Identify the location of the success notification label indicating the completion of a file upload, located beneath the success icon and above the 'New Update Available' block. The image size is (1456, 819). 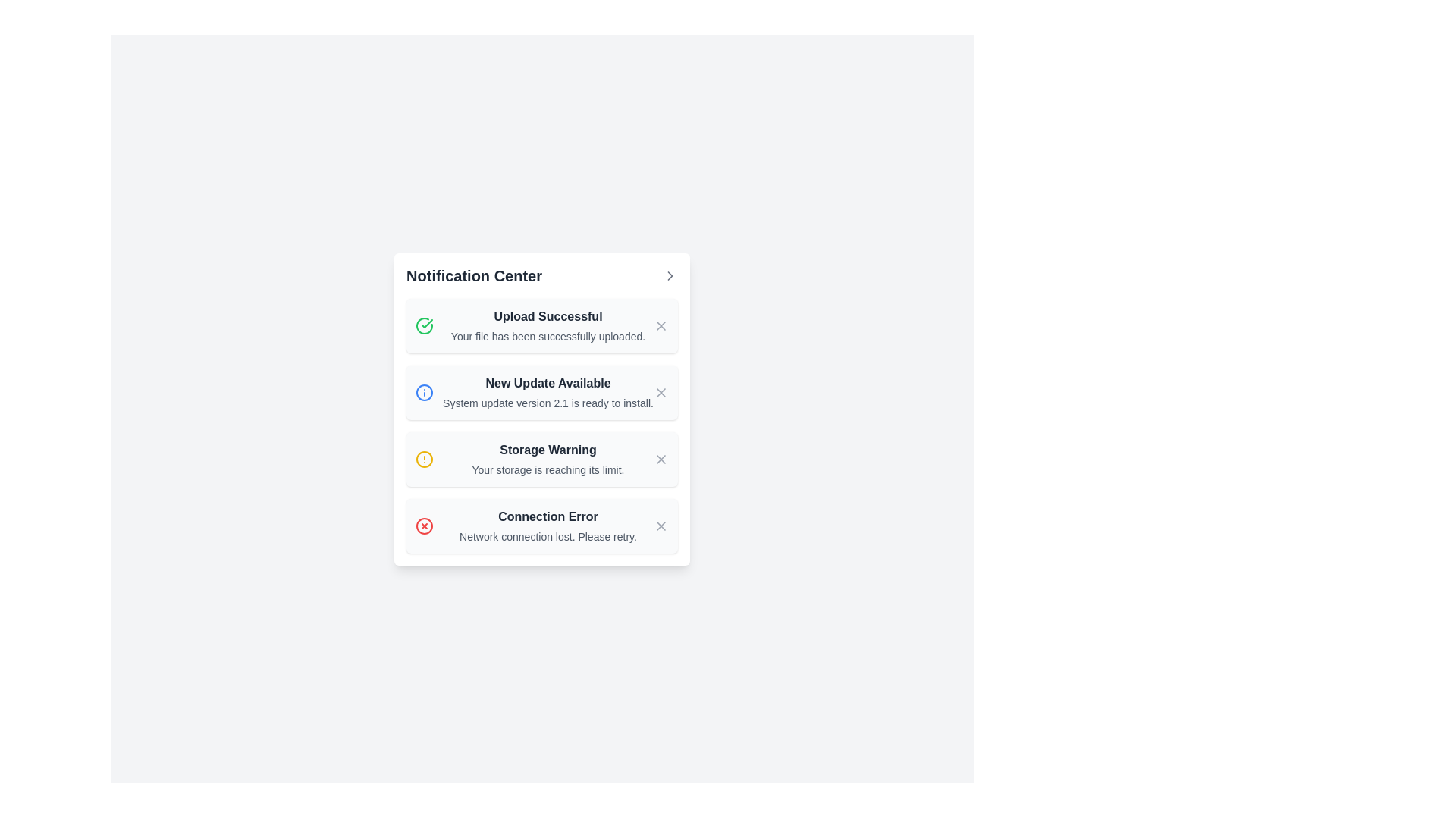
(548, 325).